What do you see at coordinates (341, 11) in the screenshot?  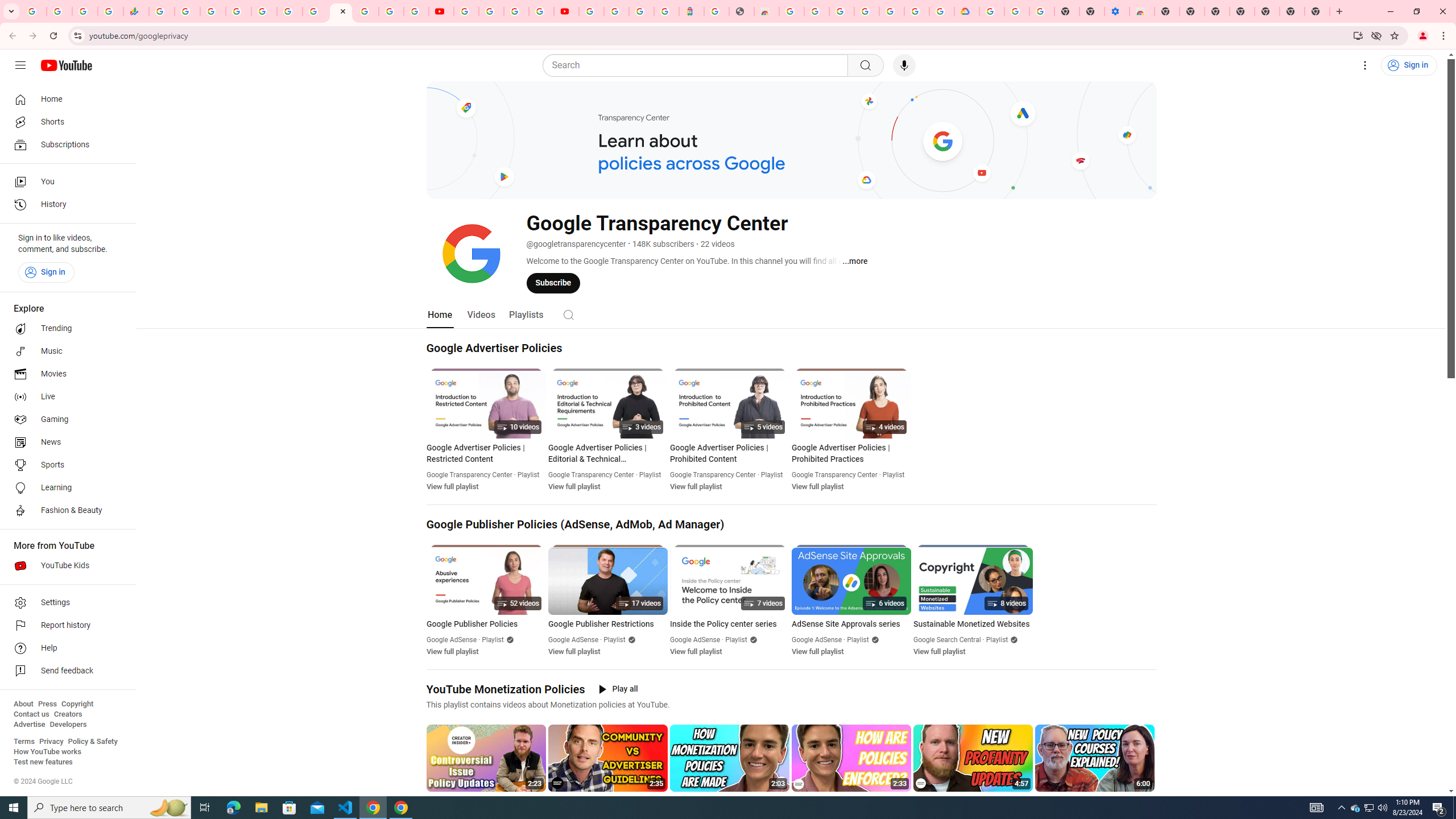 I see `'Google Transparency Center - YouTube'` at bounding box center [341, 11].